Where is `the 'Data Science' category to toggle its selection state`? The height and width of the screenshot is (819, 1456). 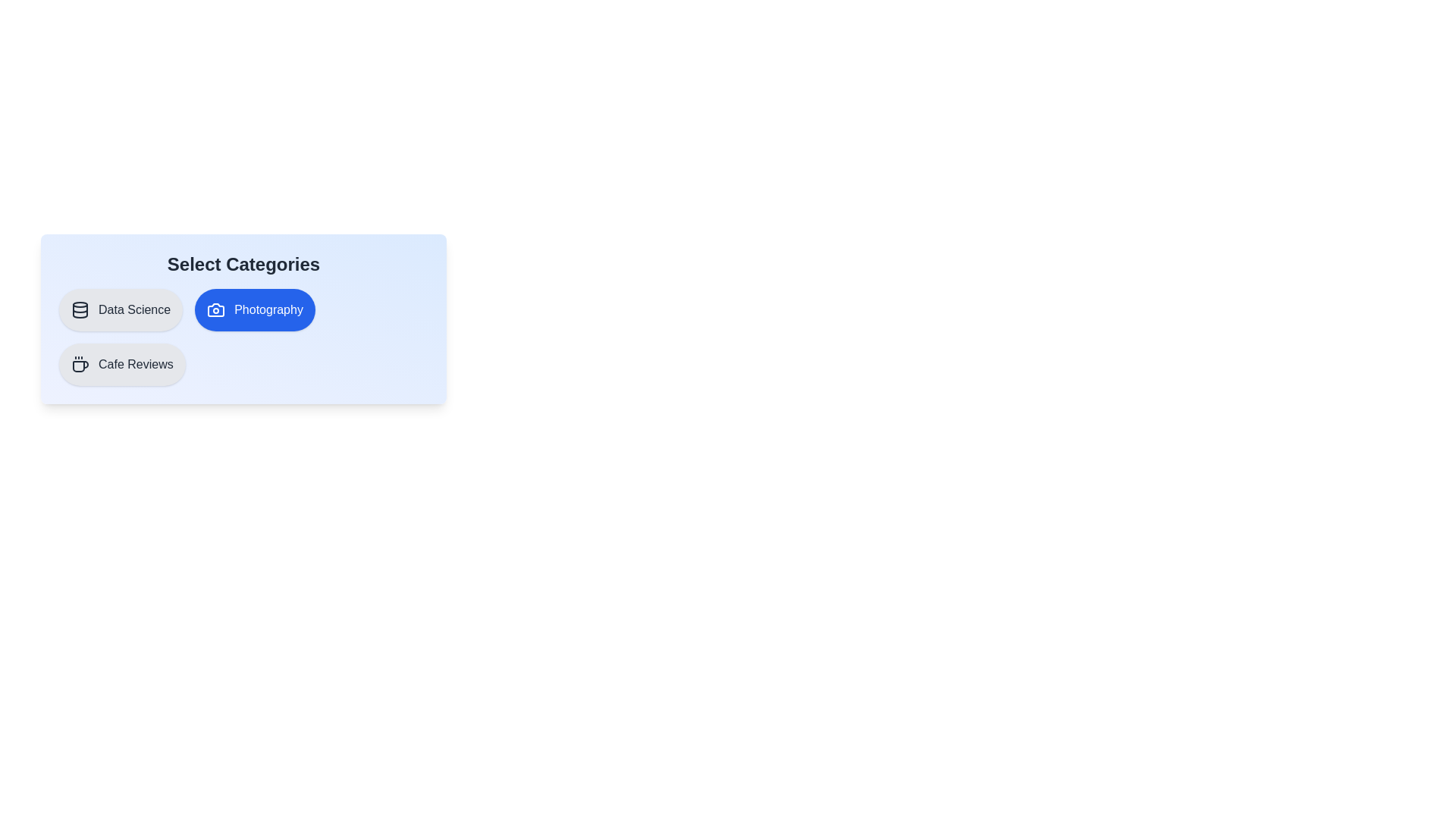
the 'Data Science' category to toggle its selection state is located at coordinates (119, 309).